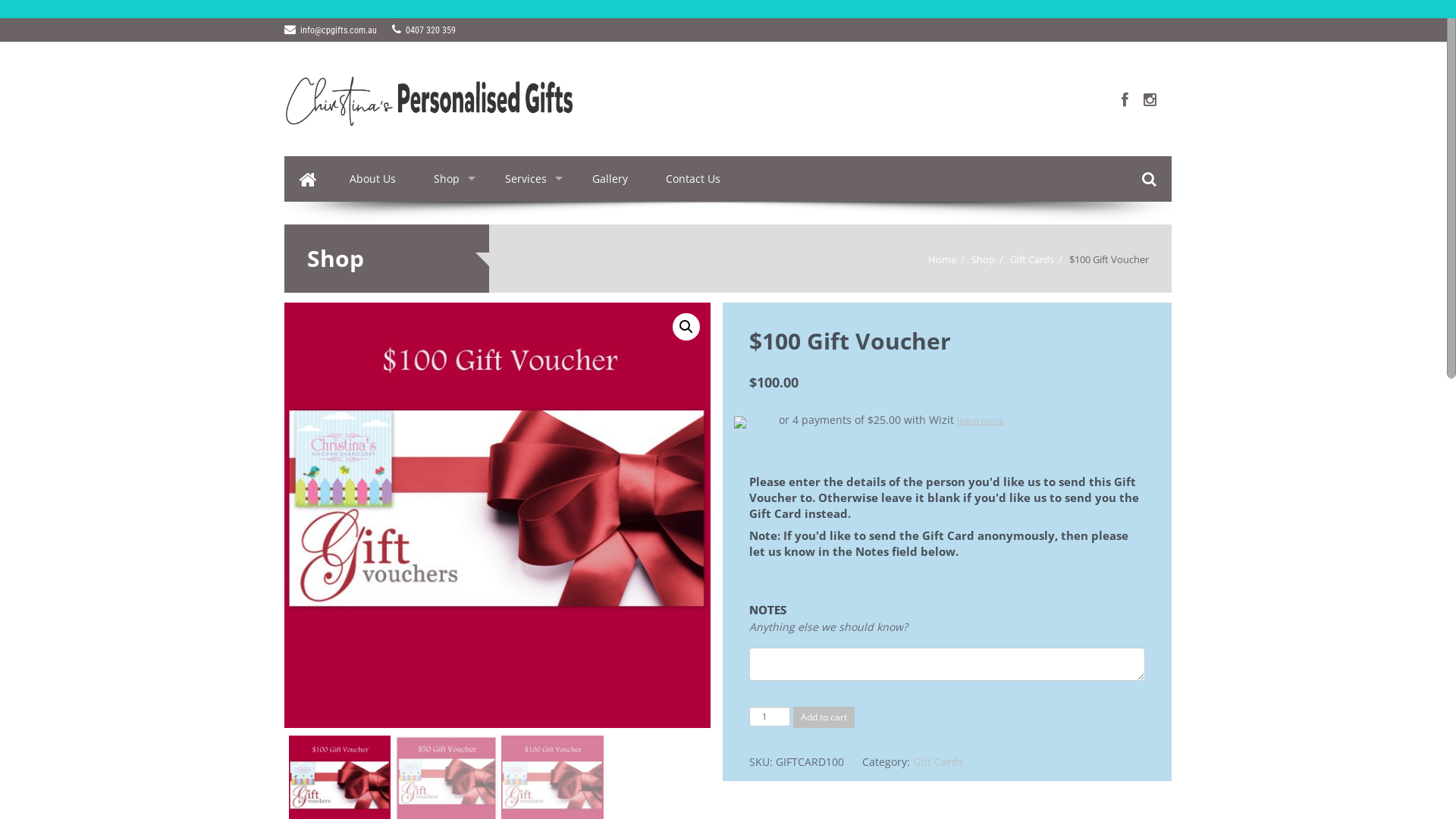  I want to click on 'learn more', so click(980, 420).